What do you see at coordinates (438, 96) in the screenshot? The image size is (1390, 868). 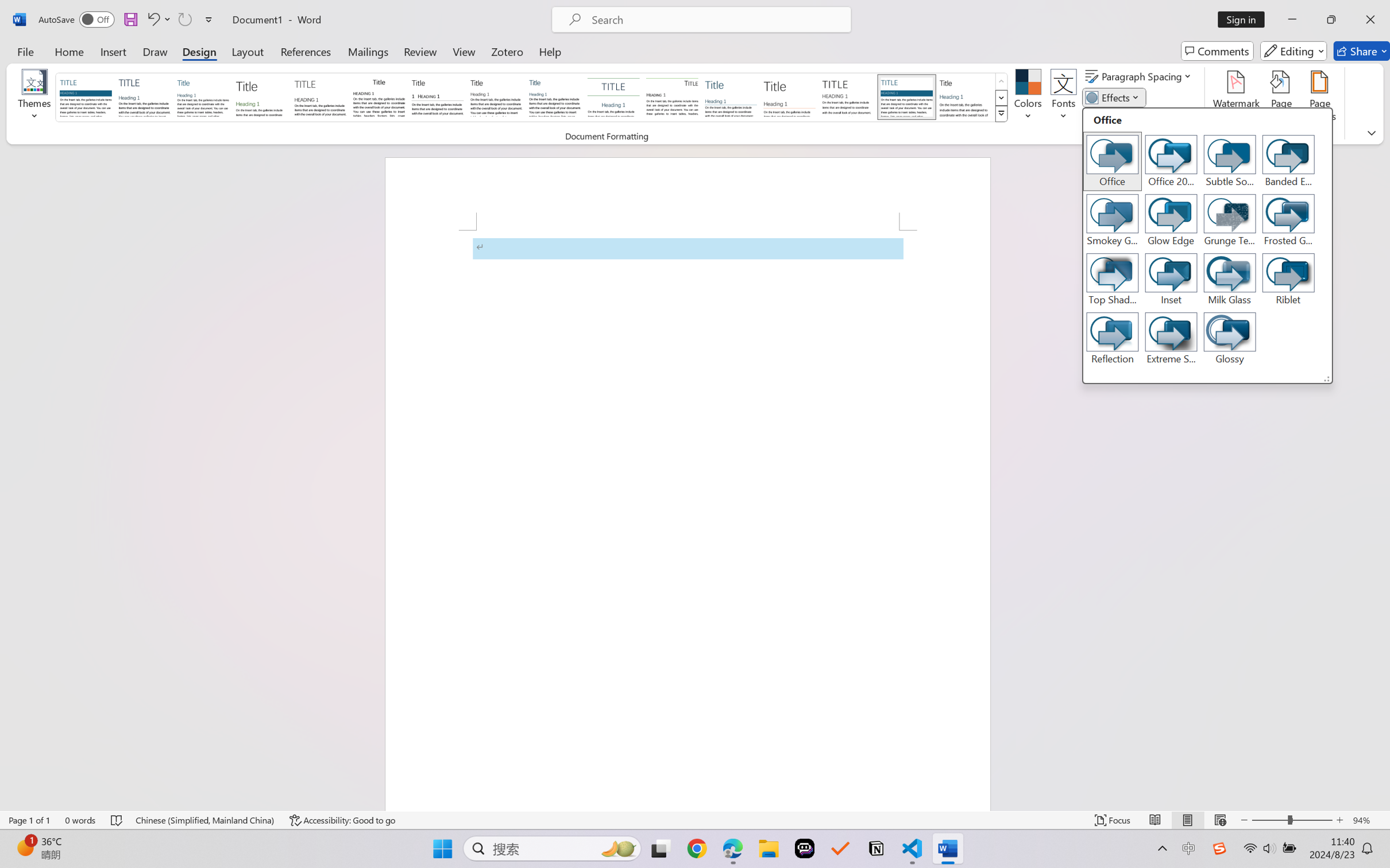 I see `'Black & White (Numbered)'` at bounding box center [438, 96].